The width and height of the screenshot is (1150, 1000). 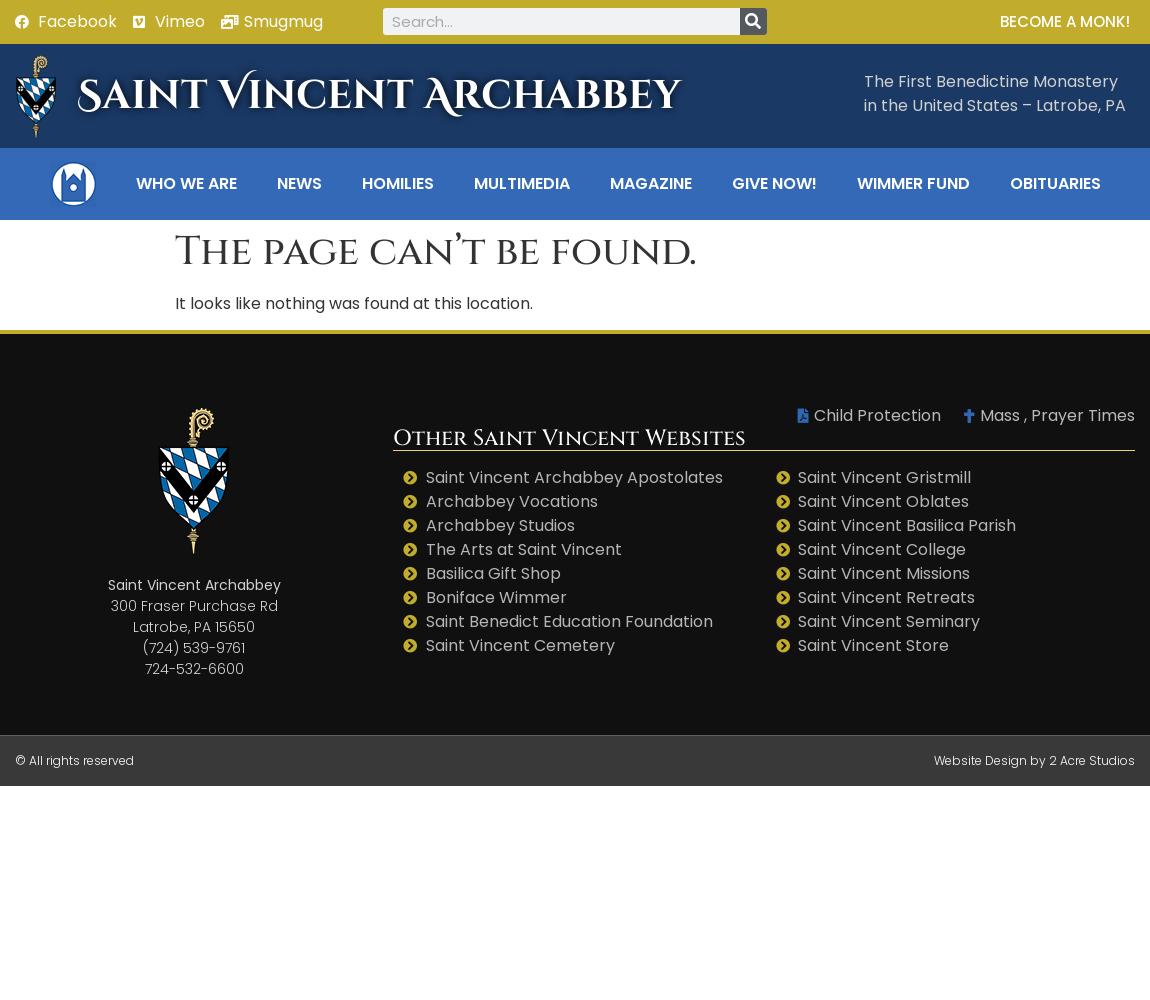 What do you see at coordinates (523, 549) in the screenshot?
I see `'The Arts at Saint Vincent'` at bounding box center [523, 549].